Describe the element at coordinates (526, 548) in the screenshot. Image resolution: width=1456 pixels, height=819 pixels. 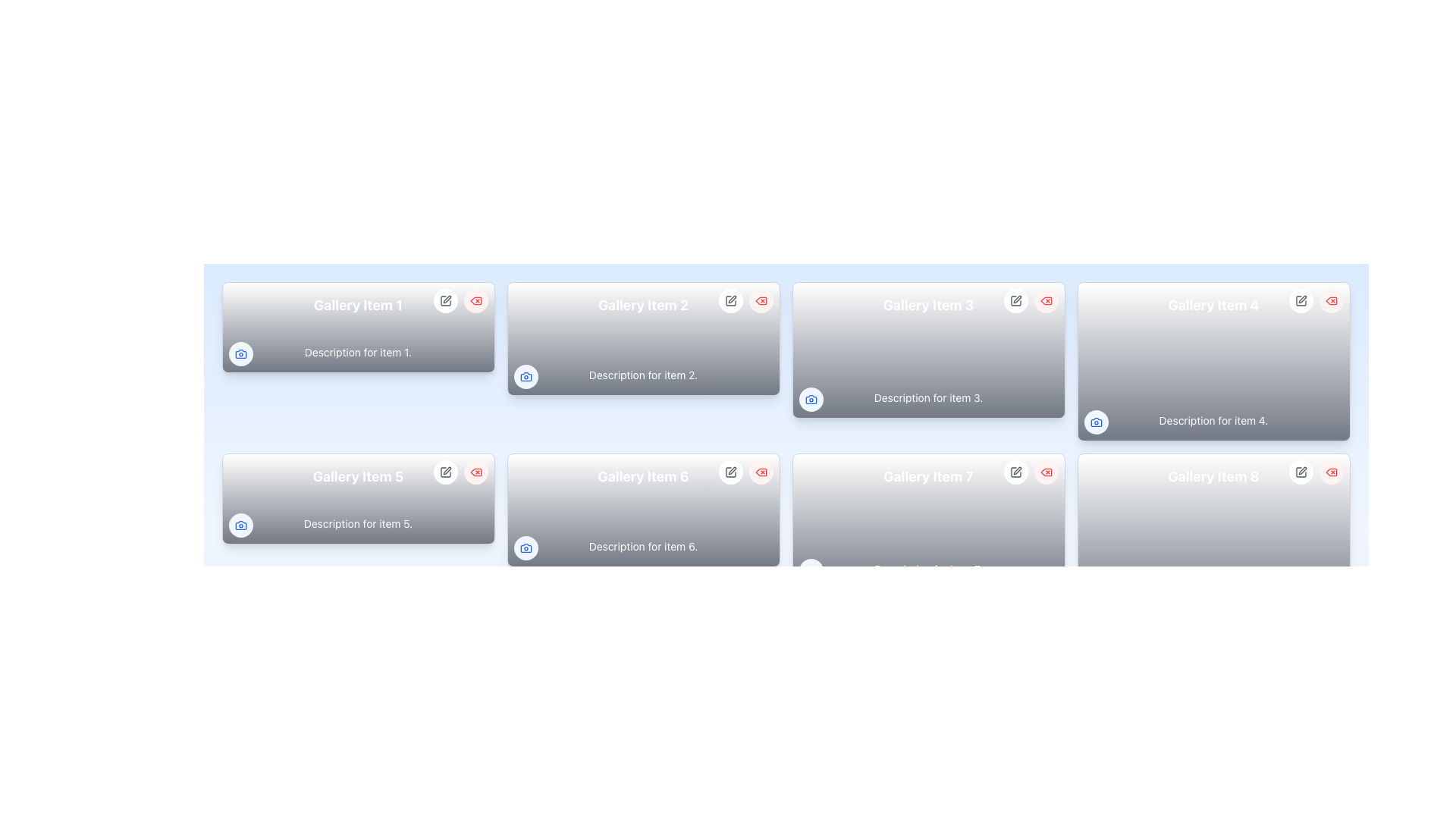
I see `the circular blue camera icon located at the bottom-left corner of the 'Gallery Item 6' card` at that location.